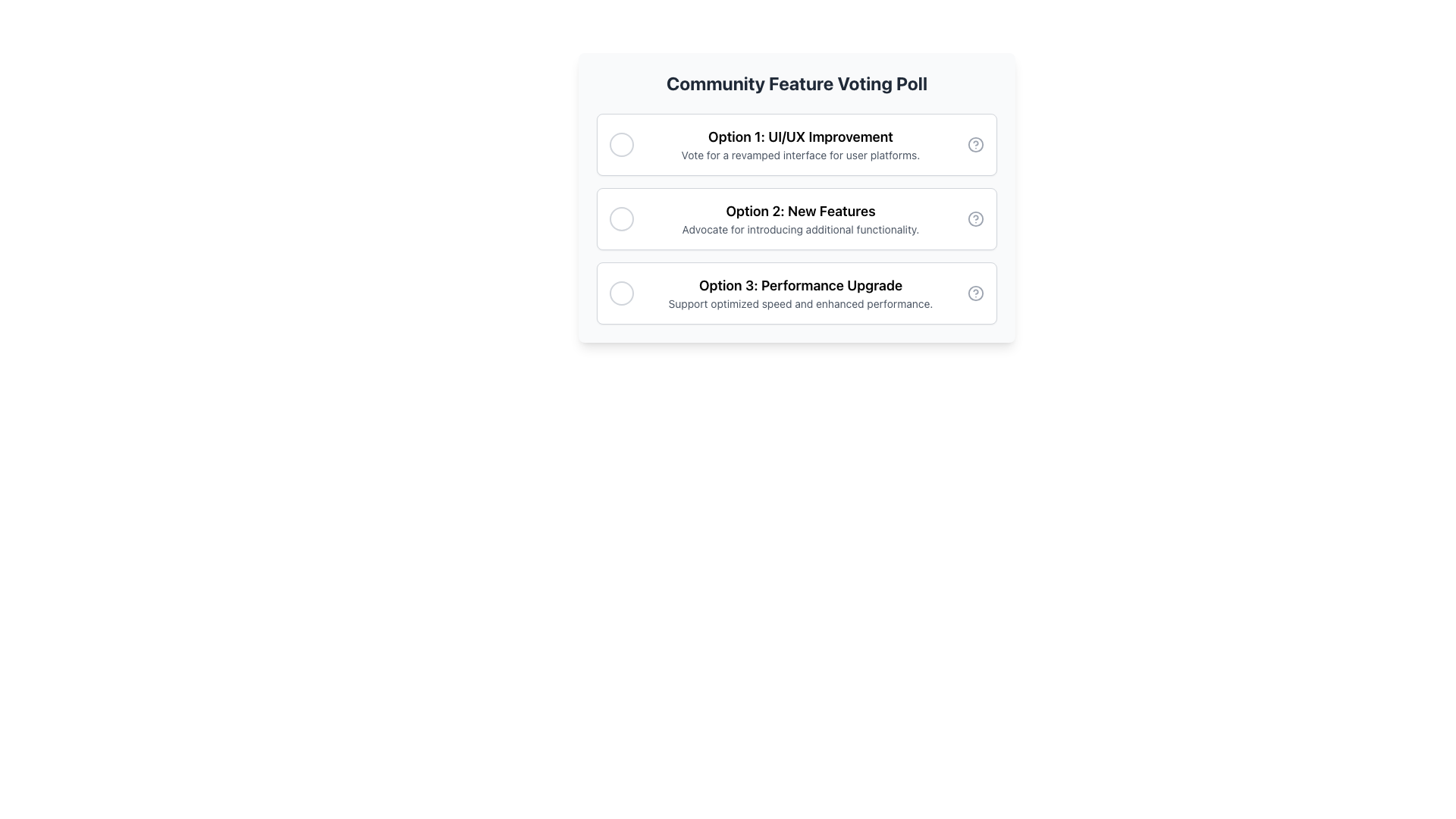  What do you see at coordinates (800, 219) in the screenshot?
I see `the label 'Option 2: New Features'` at bounding box center [800, 219].